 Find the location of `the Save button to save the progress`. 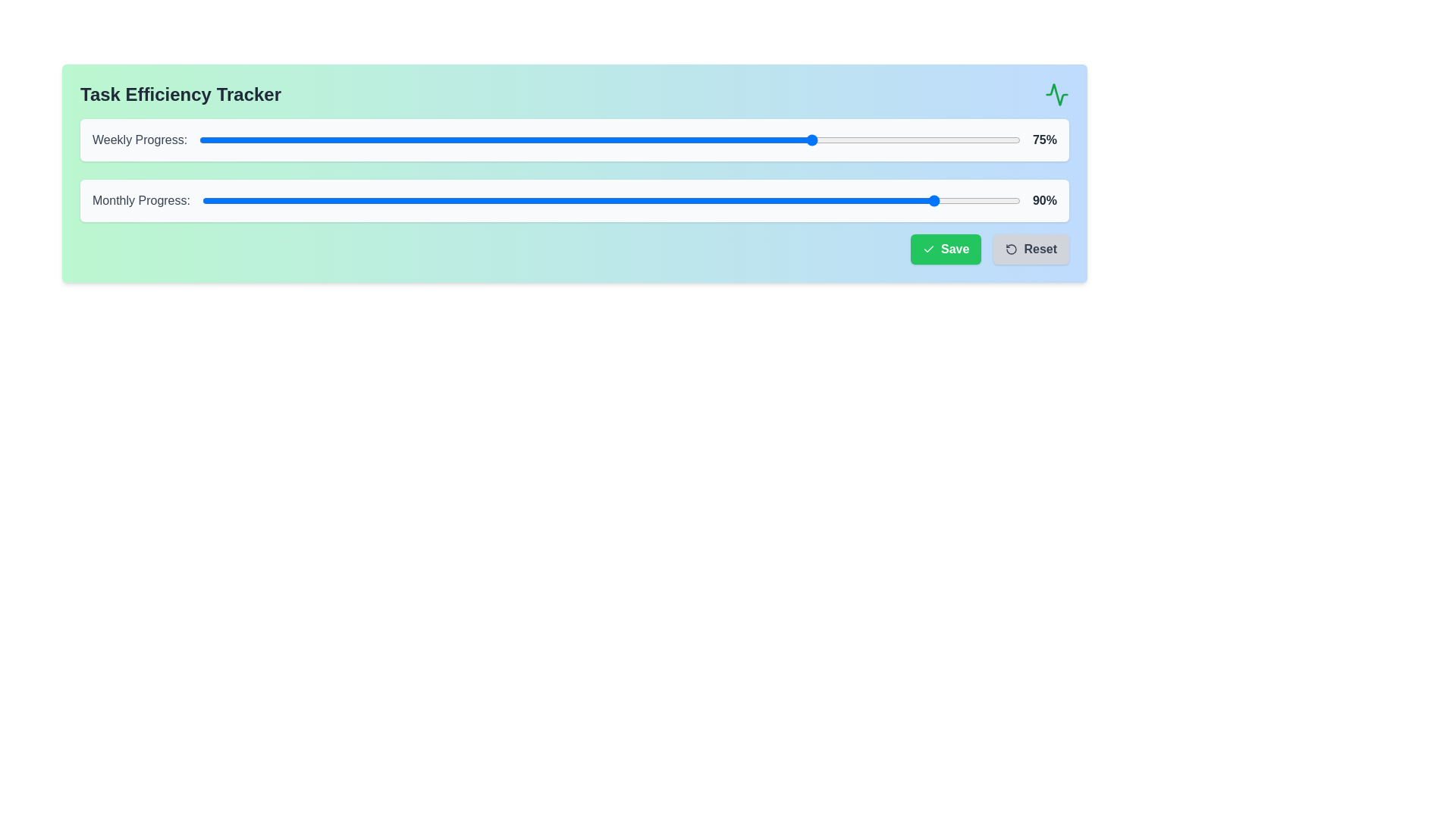

the Save button to save the progress is located at coordinates (945, 248).